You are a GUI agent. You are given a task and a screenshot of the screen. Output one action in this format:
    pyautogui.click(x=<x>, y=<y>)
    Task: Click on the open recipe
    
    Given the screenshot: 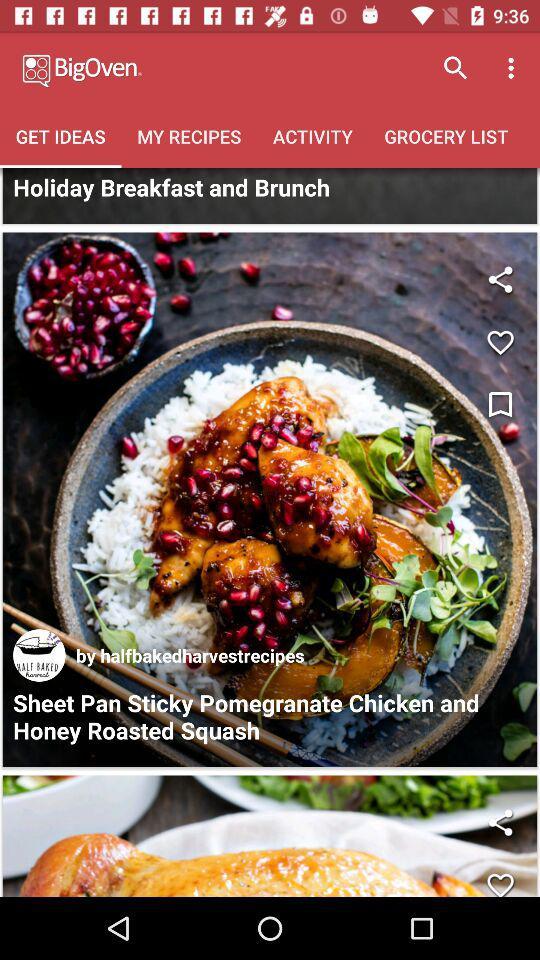 What is the action you would take?
    pyautogui.click(x=270, y=498)
    